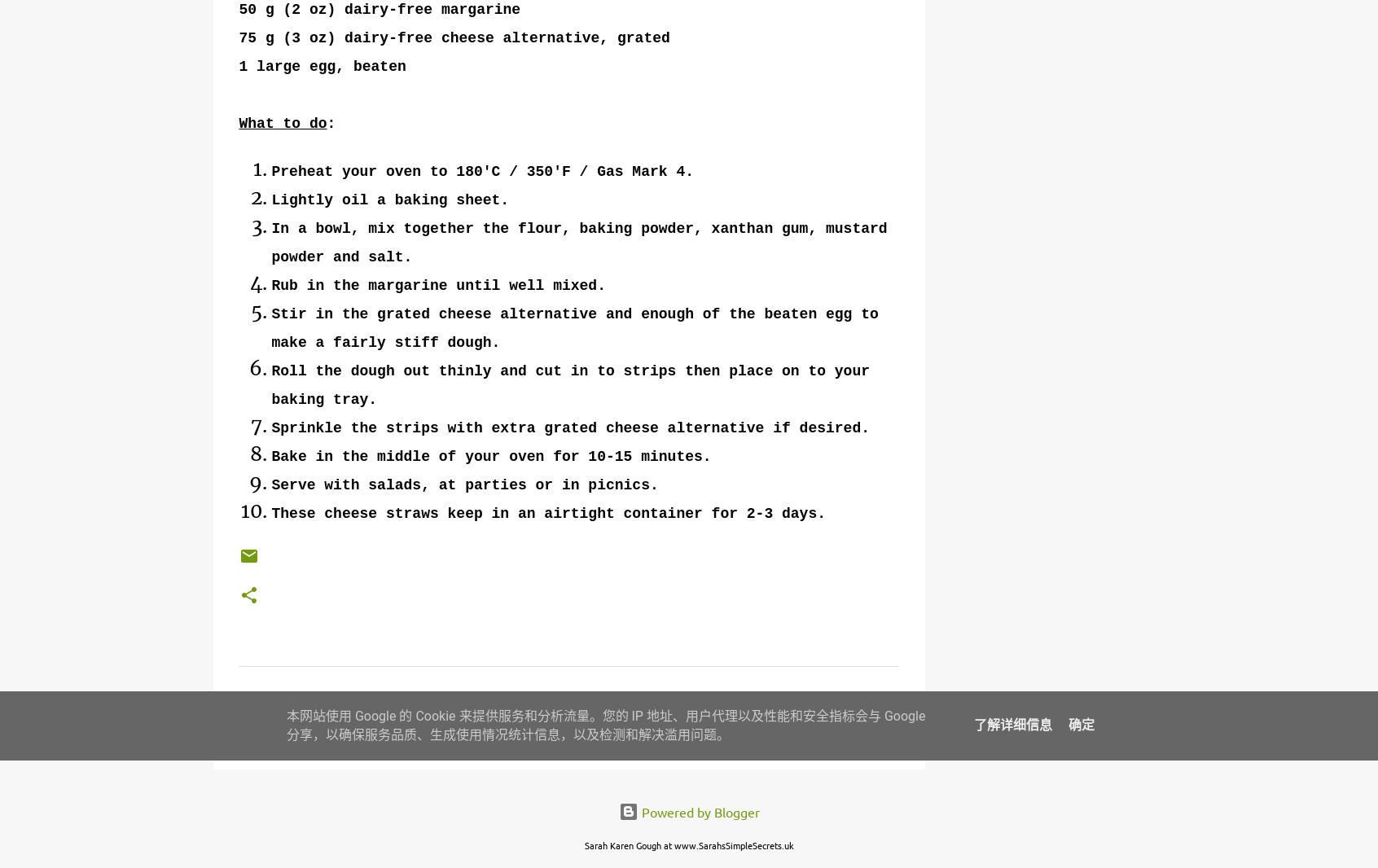  Describe the element at coordinates (481, 170) in the screenshot. I see `'Preheat your oven to 180'C / 350'F / Gas Mark 4.'` at that location.